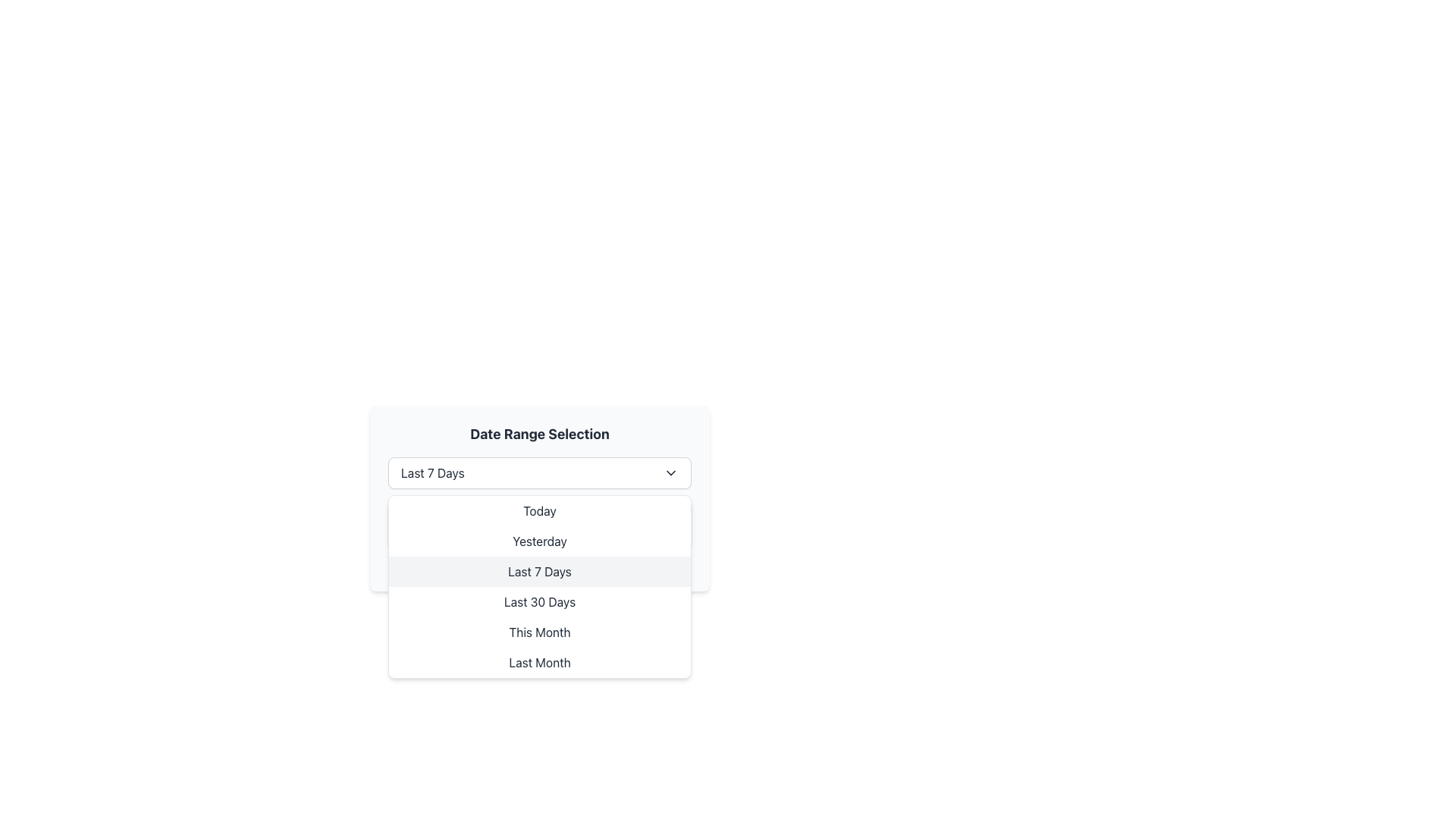 This screenshot has height=819, width=1456. Describe the element at coordinates (539, 435) in the screenshot. I see `the Text label that identifies the section for selecting a date range, positioned above the dropdown menu and other related options` at that location.